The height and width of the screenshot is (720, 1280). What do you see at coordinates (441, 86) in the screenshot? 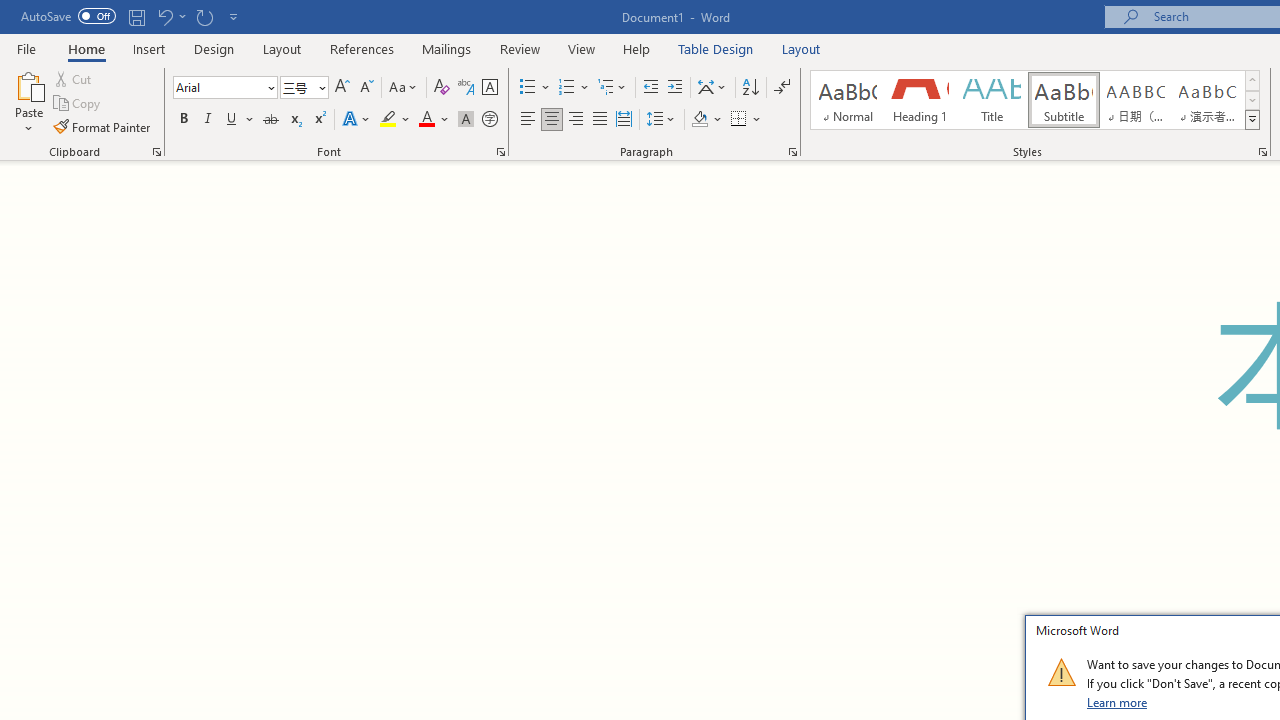
I see `'Clear Formatting'` at bounding box center [441, 86].